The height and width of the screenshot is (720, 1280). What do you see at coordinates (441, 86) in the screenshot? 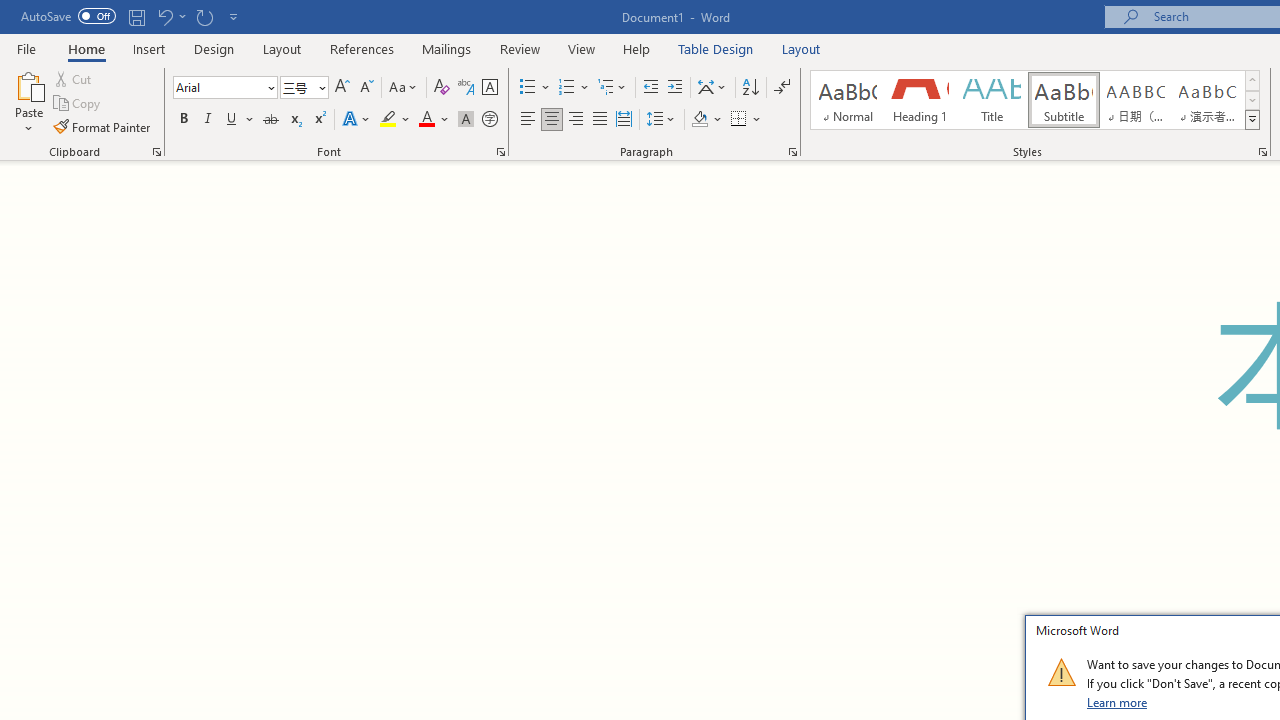
I see `'Clear Formatting'` at bounding box center [441, 86].